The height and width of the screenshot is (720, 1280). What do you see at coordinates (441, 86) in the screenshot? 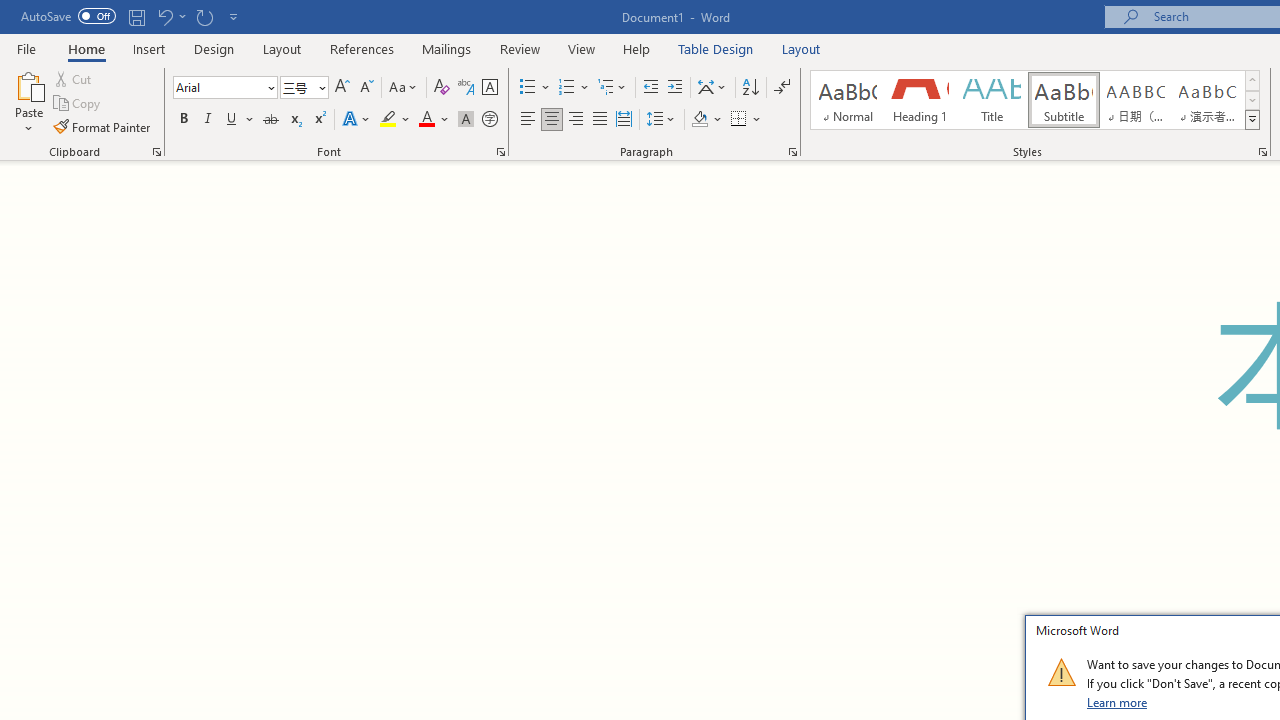
I see `'Clear Formatting'` at bounding box center [441, 86].